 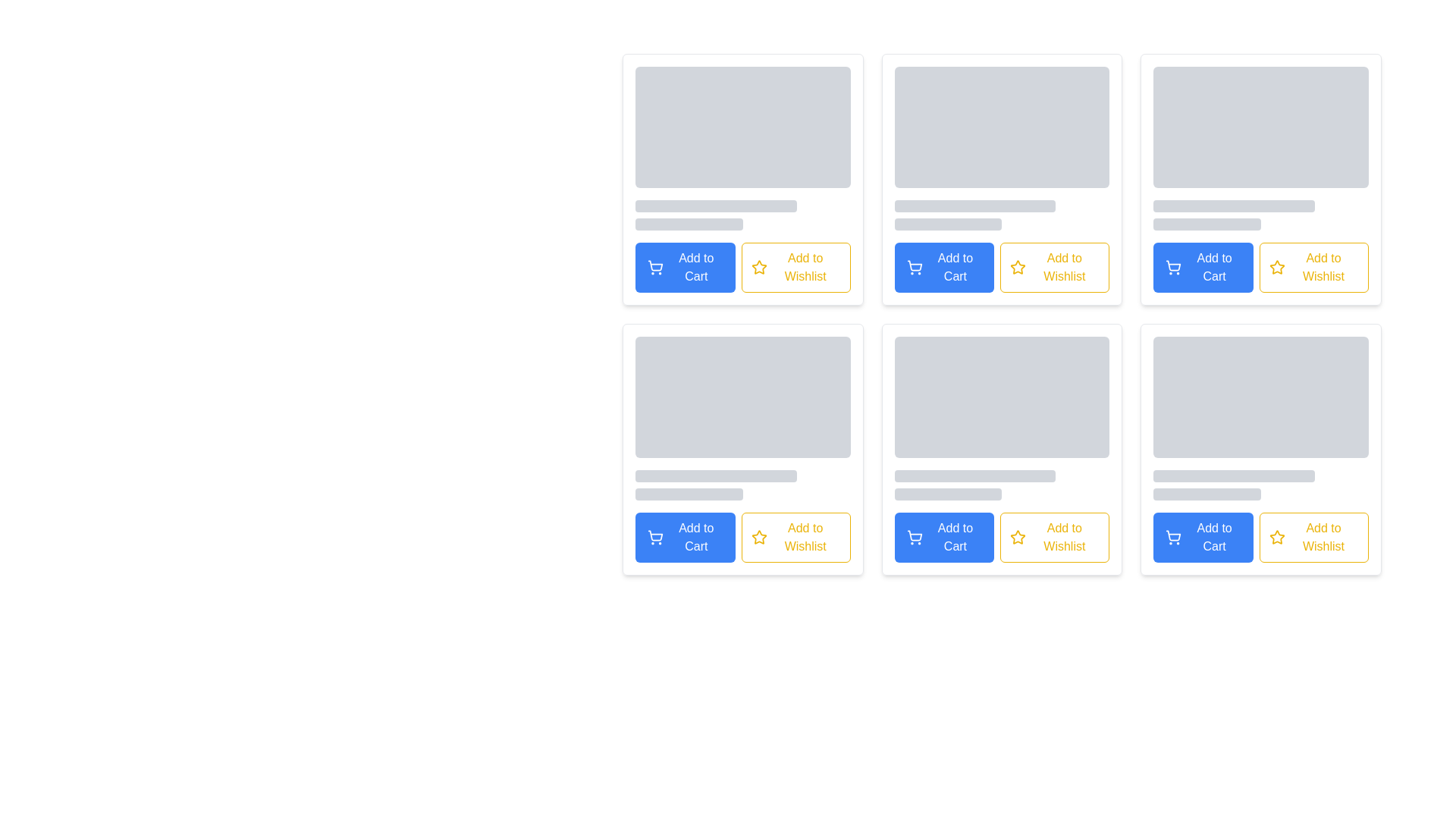 I want to click on the Loading skeleton item, which is a light gray, rounded rectangle positioned in the middle row of a three-row placeholder set, representing a placeholder block, so click(x=975, y=206).